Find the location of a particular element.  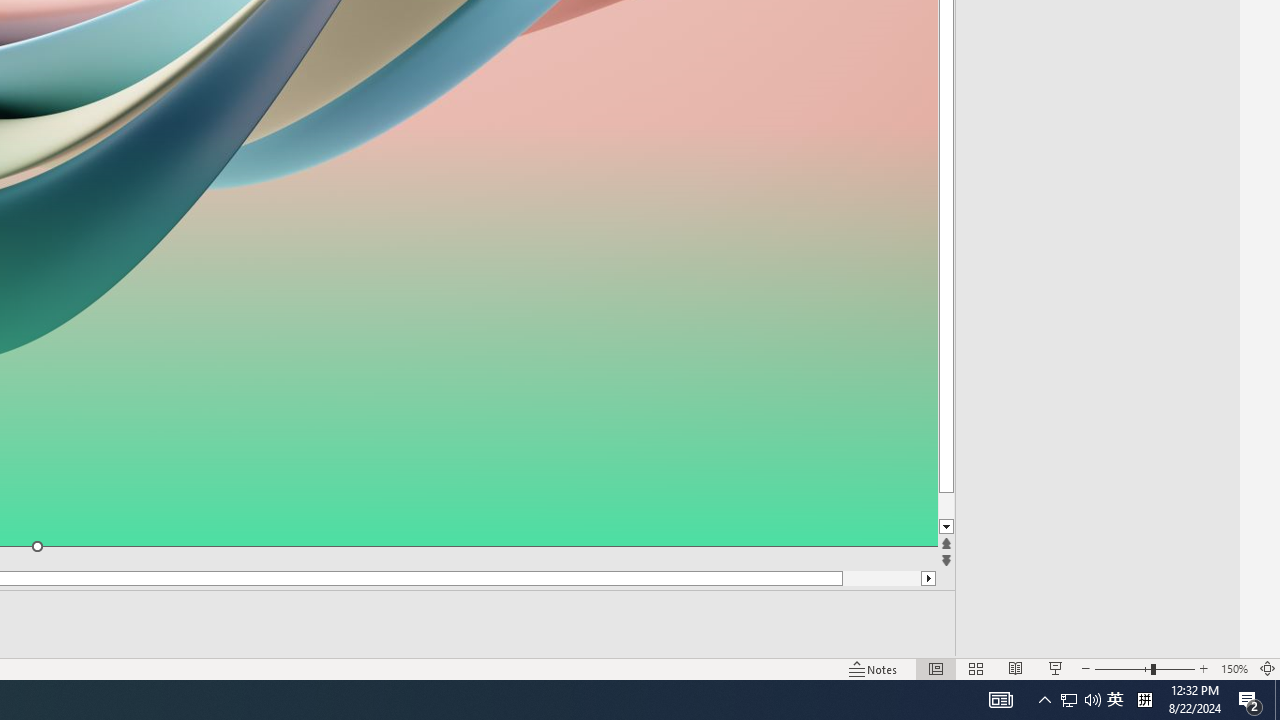

'Zoom to Fit ' is located at coordinates (1266, 669).